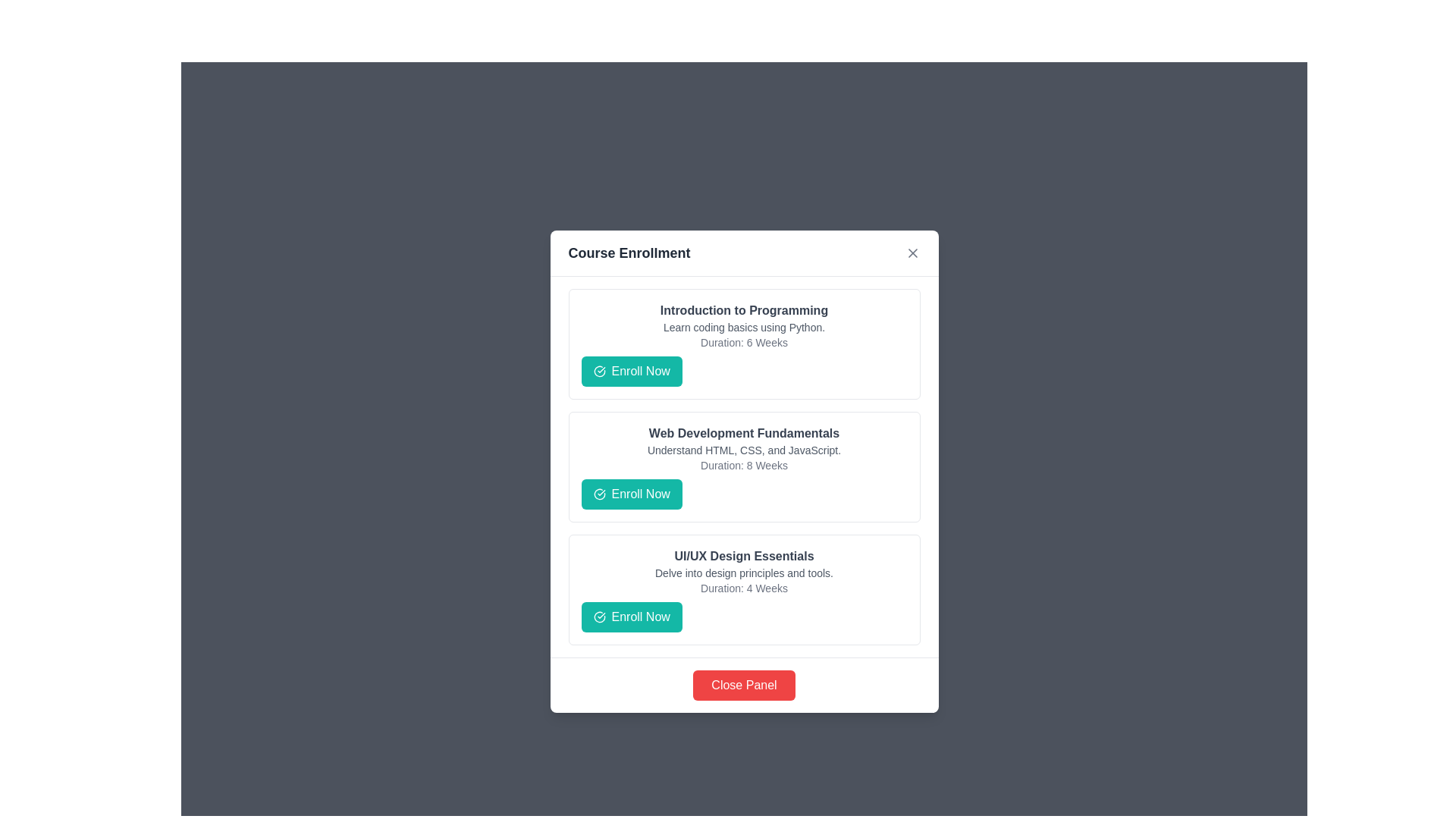 Image resolution: width=1456 pixels, height=819 pixels. Describe the element at coordinates (744, 309) in the screenshot. I see `the text label element displaying 'Introduction to Programming', which is located at the top of the first course card in the course enrollment modal` at that location.